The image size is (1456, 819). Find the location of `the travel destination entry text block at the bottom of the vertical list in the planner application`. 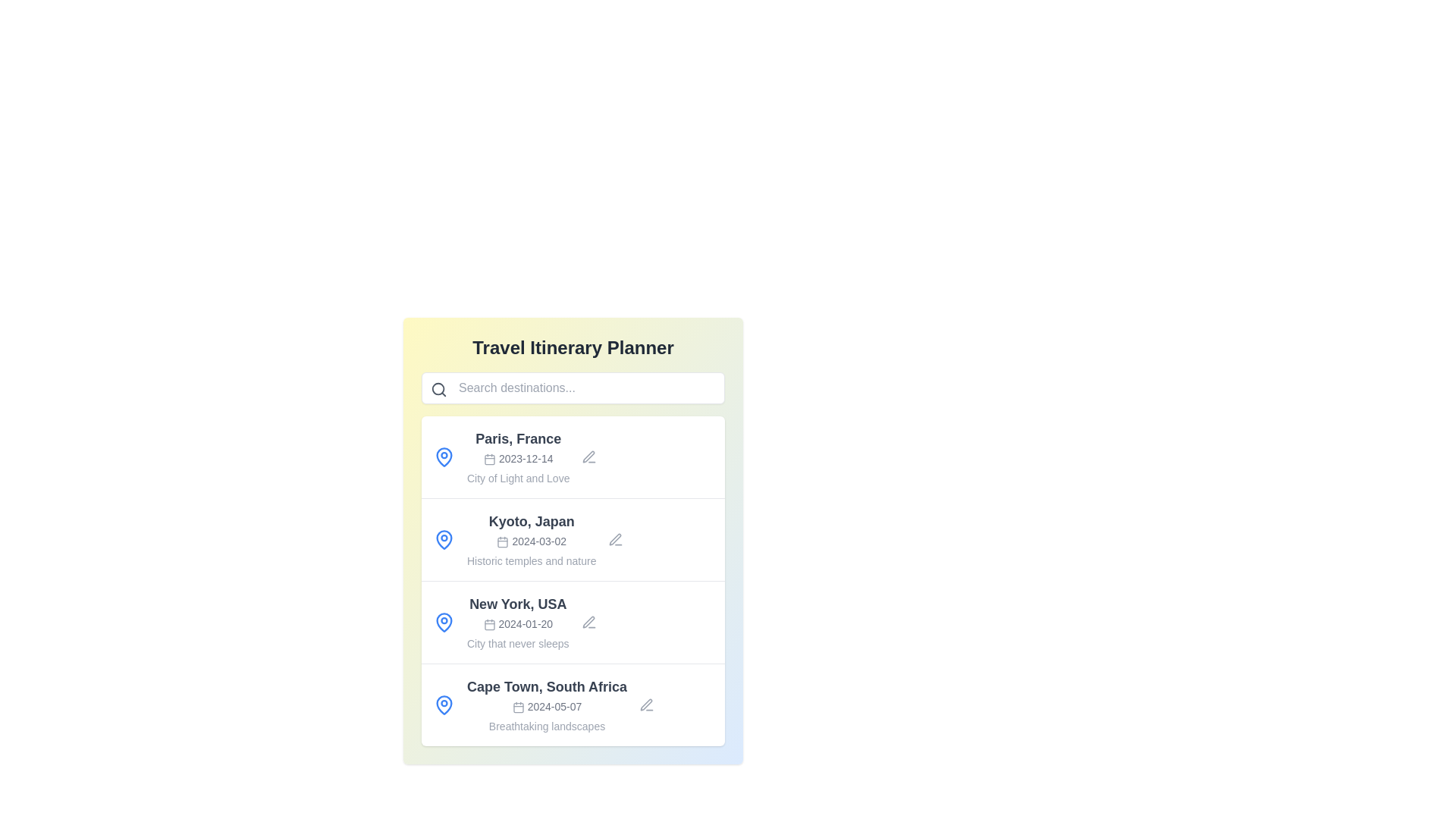

the travel destination entry text block at the bottom of the vertical list in the planner application is located at coordinates (546, 704).